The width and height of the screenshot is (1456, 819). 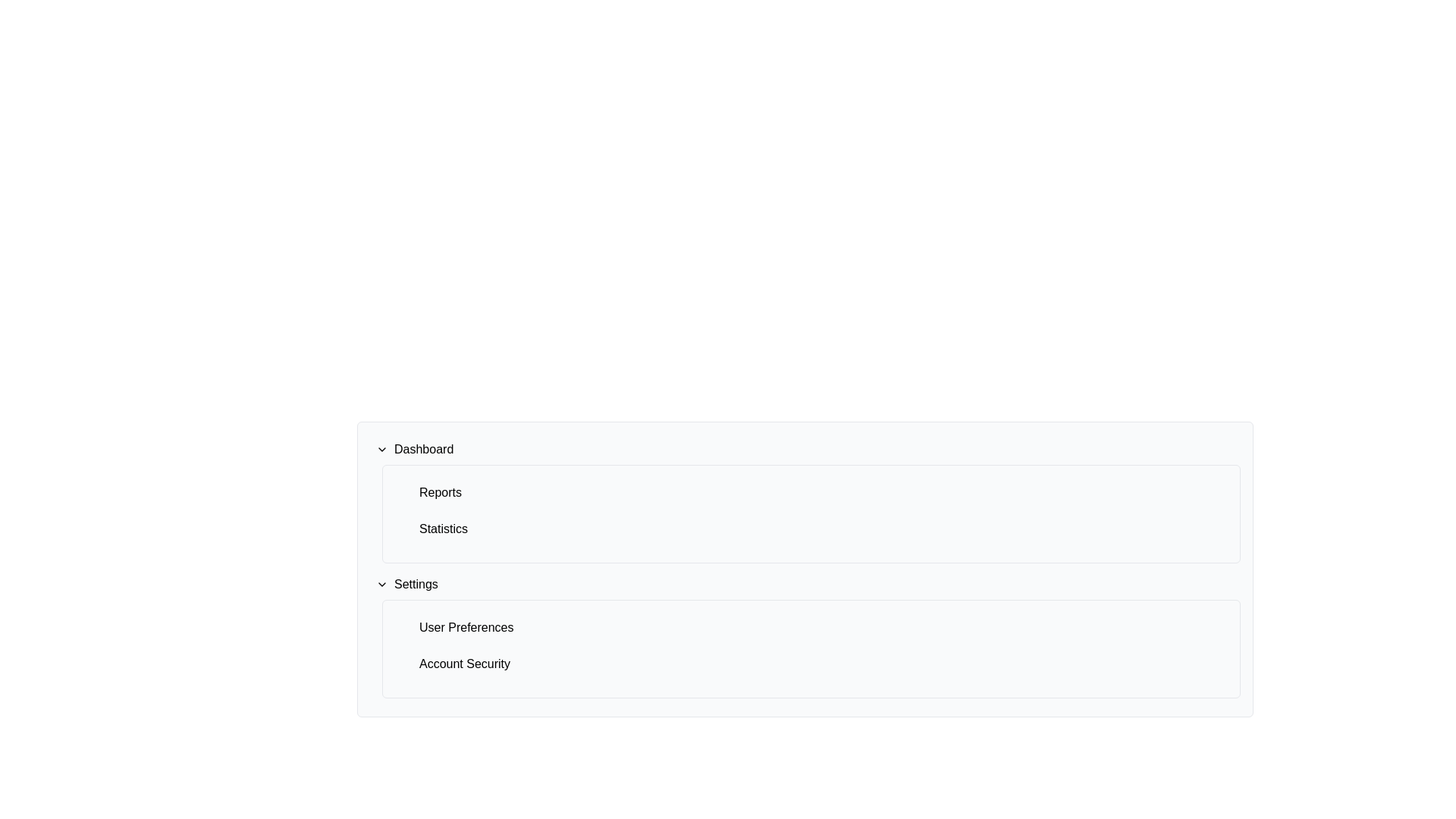 I want to click on the downward-pointing chevron icon located inside the 'Dashboard' item in the top-left section of the collapsible menu, so click(x=382, y=449).